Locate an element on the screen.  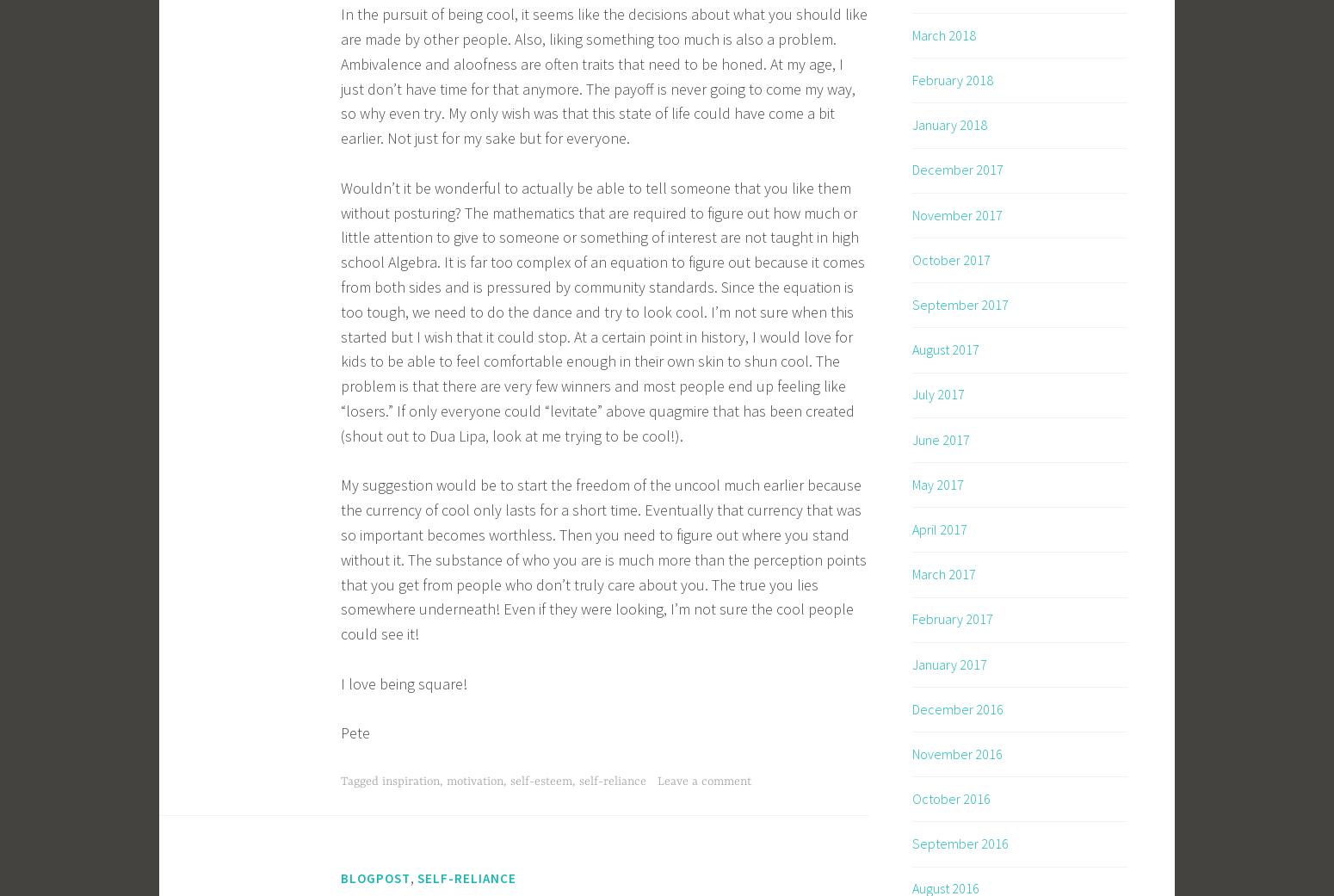
'January 2018' is located at coordinates (948, 125).